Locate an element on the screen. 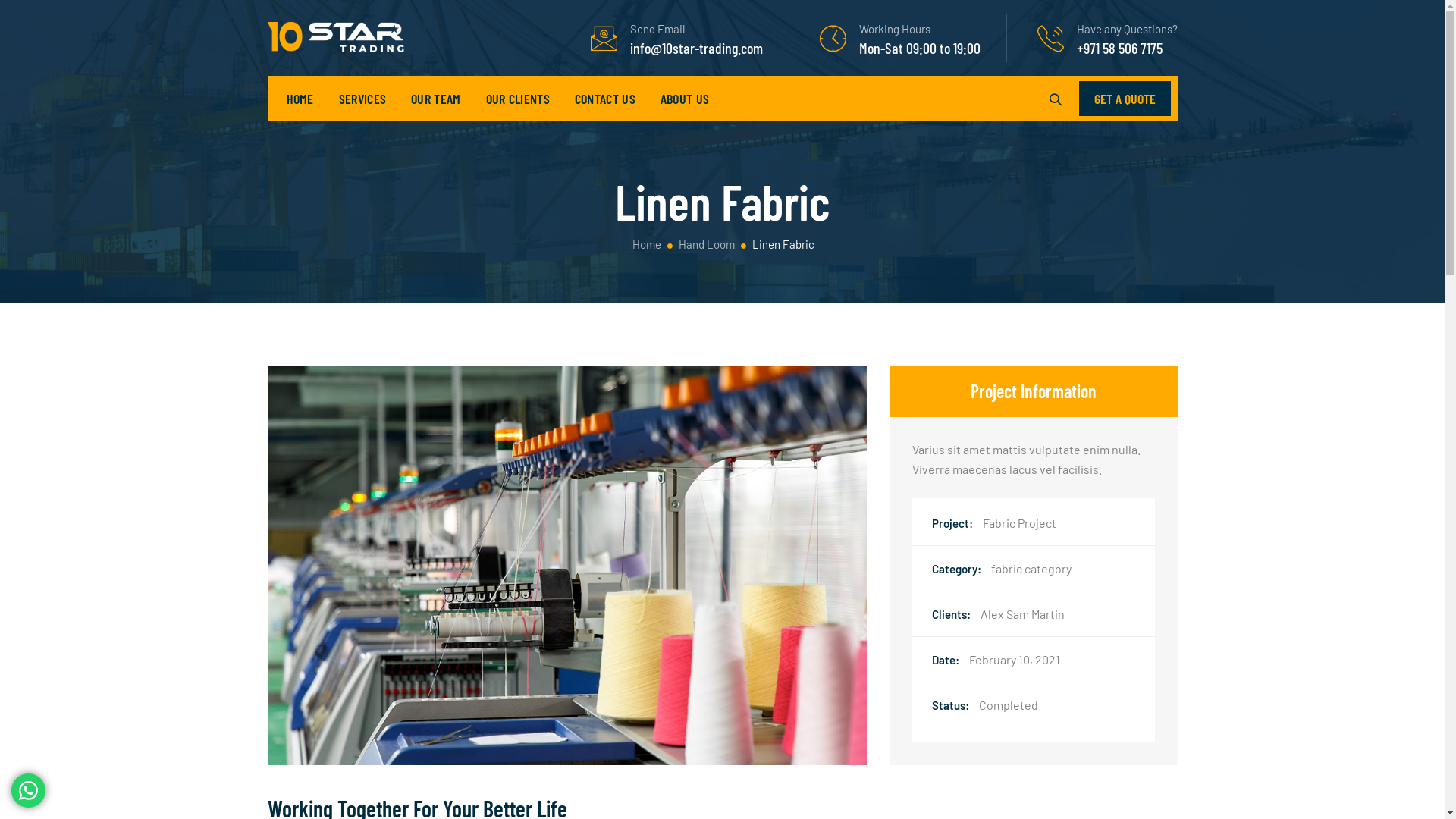  'SERVICES' is located at coordinates (362, 99).